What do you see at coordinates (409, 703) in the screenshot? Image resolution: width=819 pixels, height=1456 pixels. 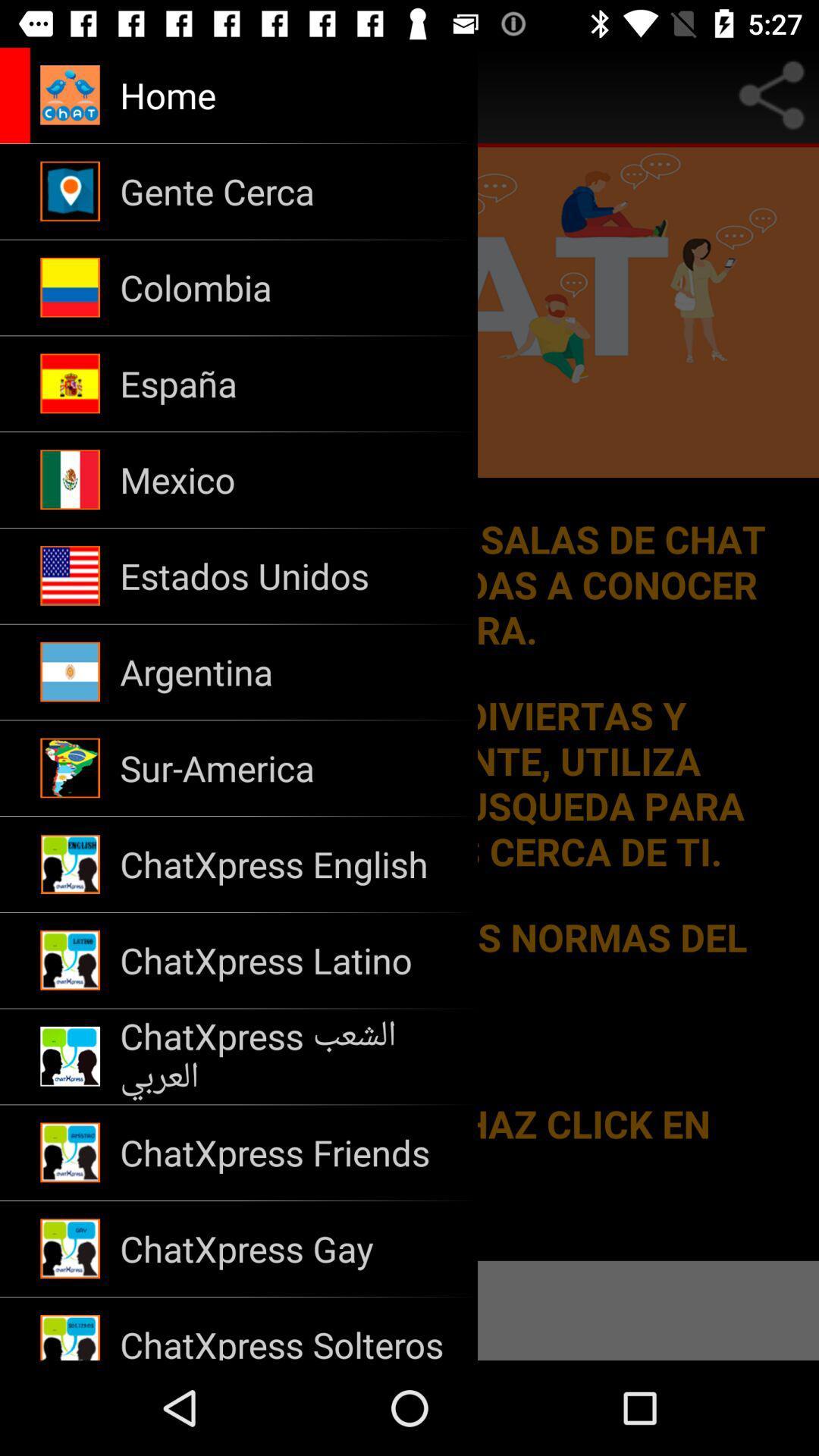 I see `country` at bounding box center [409, 703].